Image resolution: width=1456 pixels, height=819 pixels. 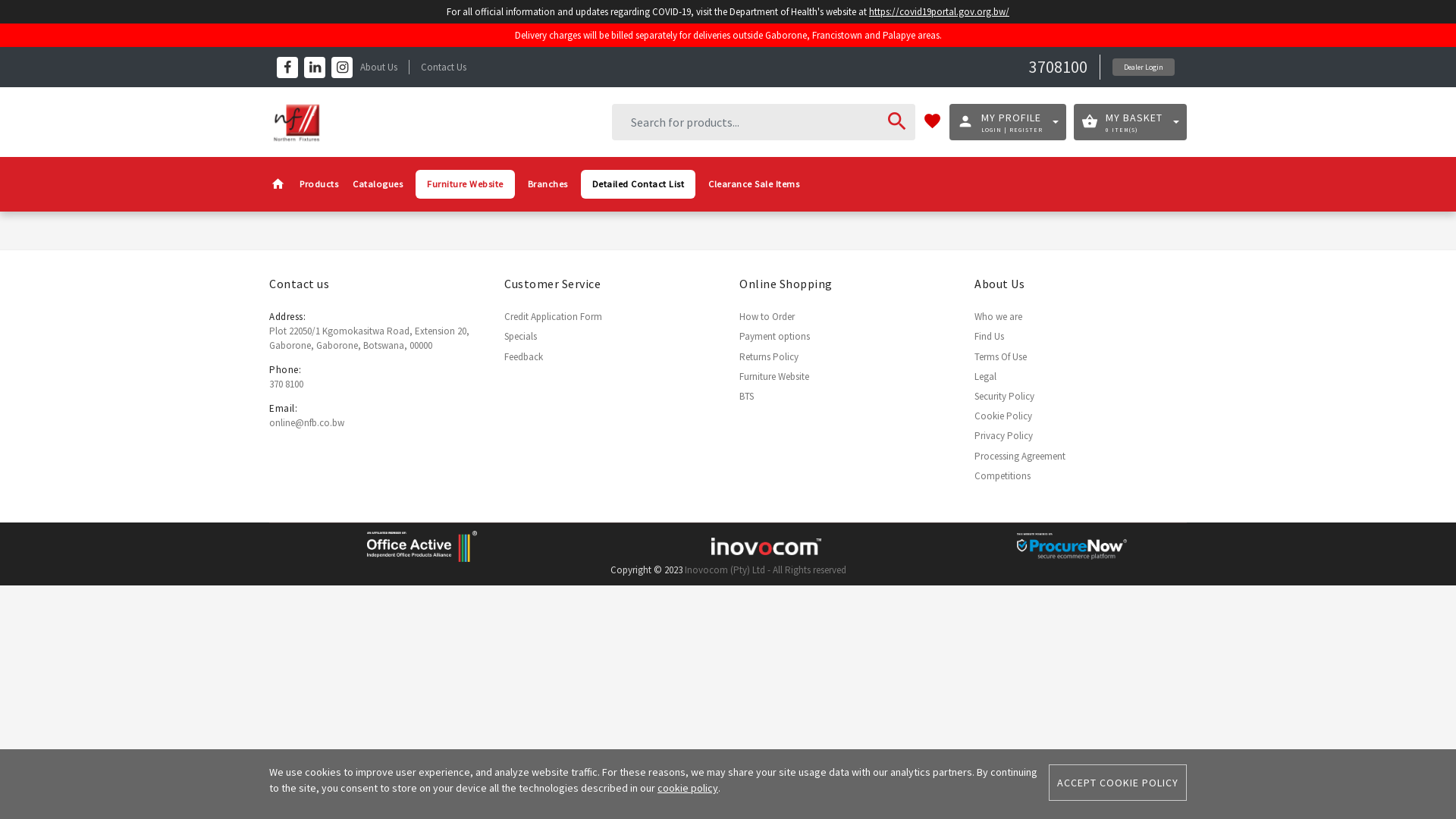 What do you see at coordinates (1000, 356) in the screenshot?
I see `'Terms Of Use'` at bounding box center [1000, 356].